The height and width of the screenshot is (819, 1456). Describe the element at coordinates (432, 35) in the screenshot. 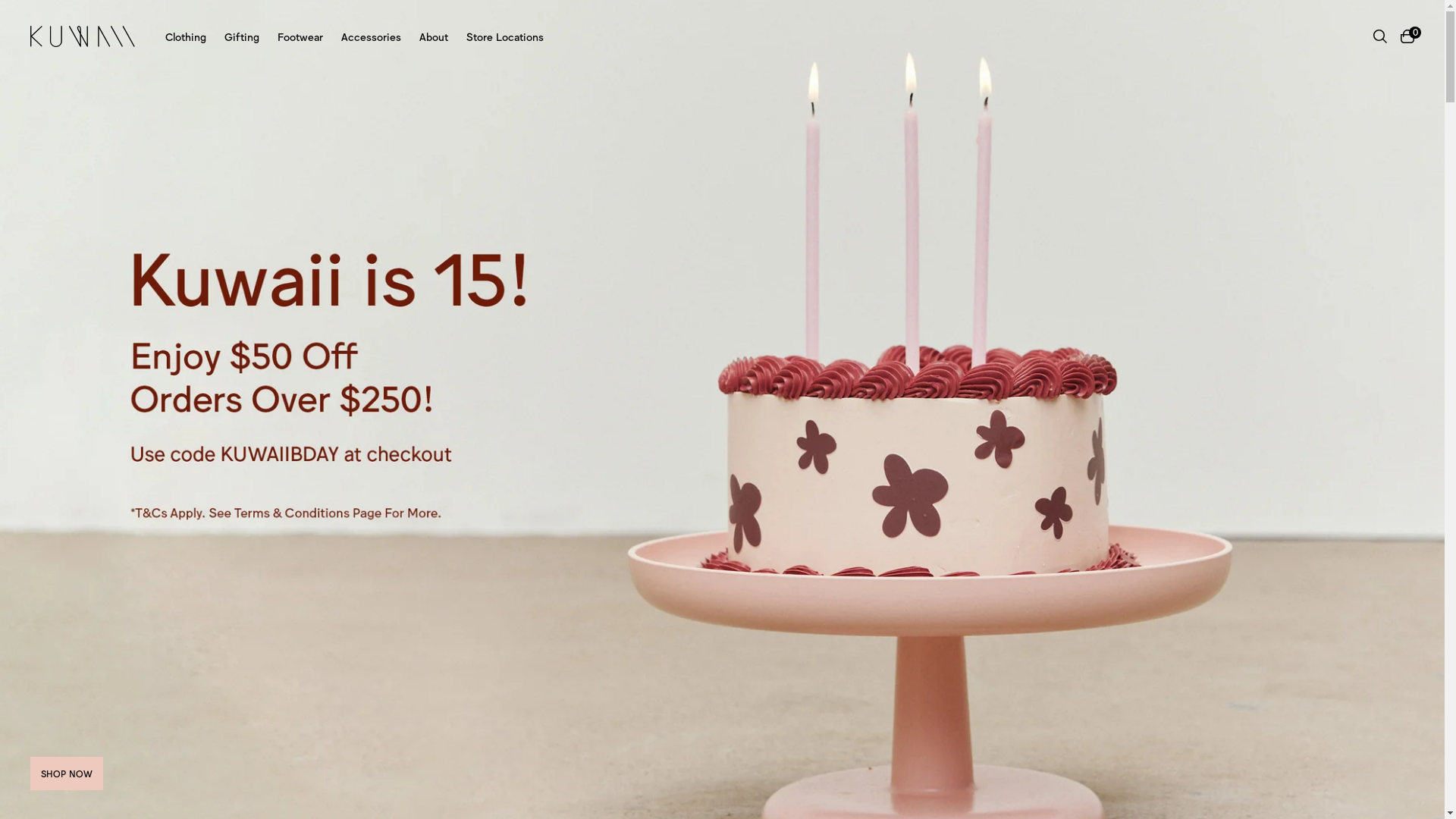

I see `'About'` at that location.